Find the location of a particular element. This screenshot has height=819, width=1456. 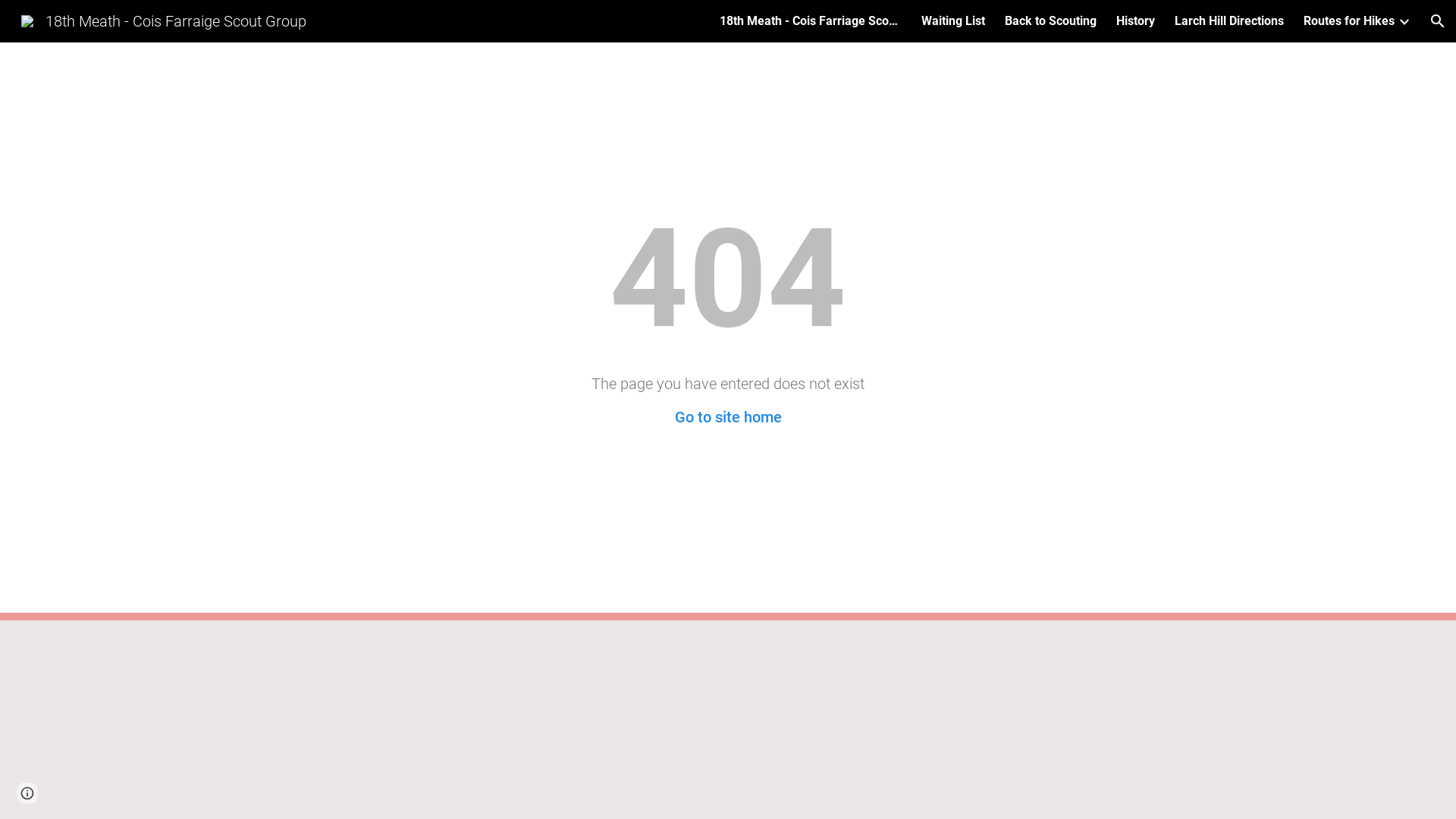

'History' is located at coordinates (1135, 20).